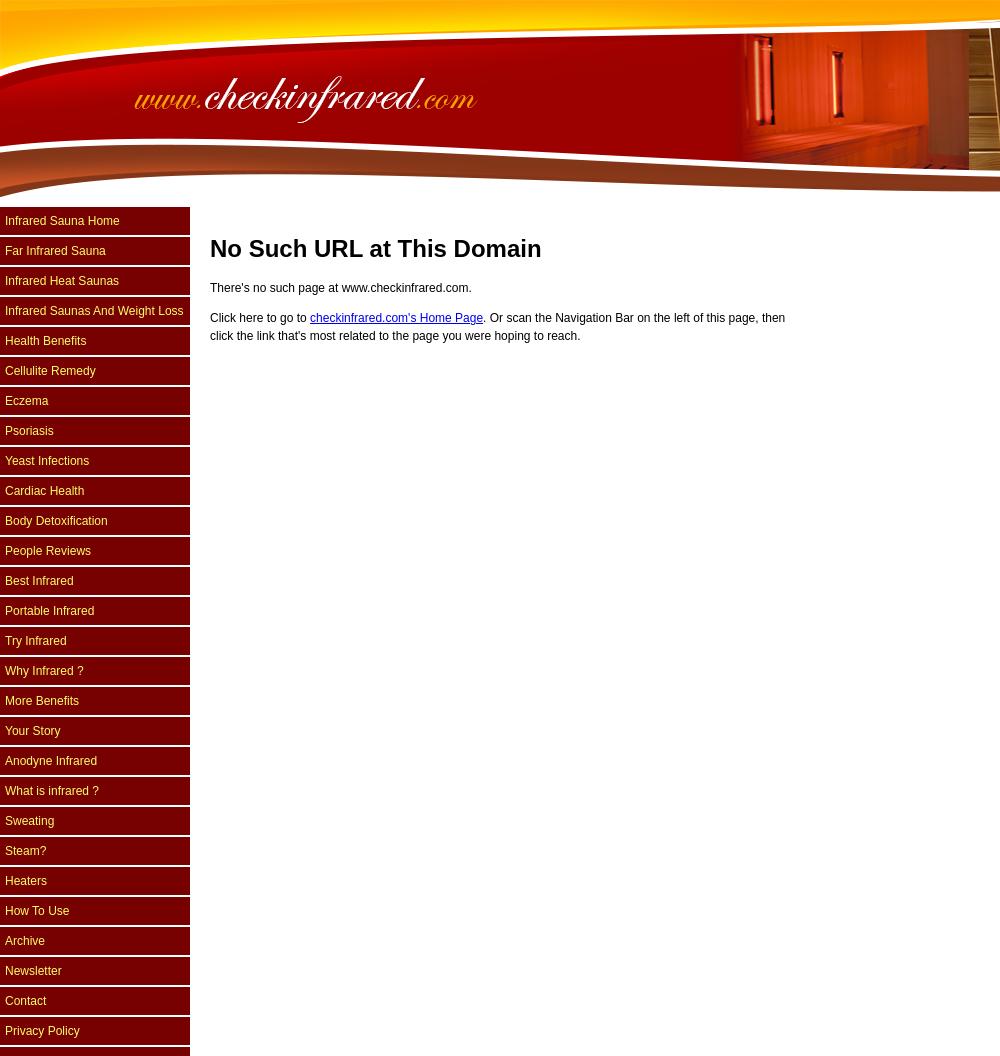 The image size is (1000, 1056). What do you see at coordinates (26, 400) in the screenshot?
I see `'Eczema'` at bounding box center [26, 400].